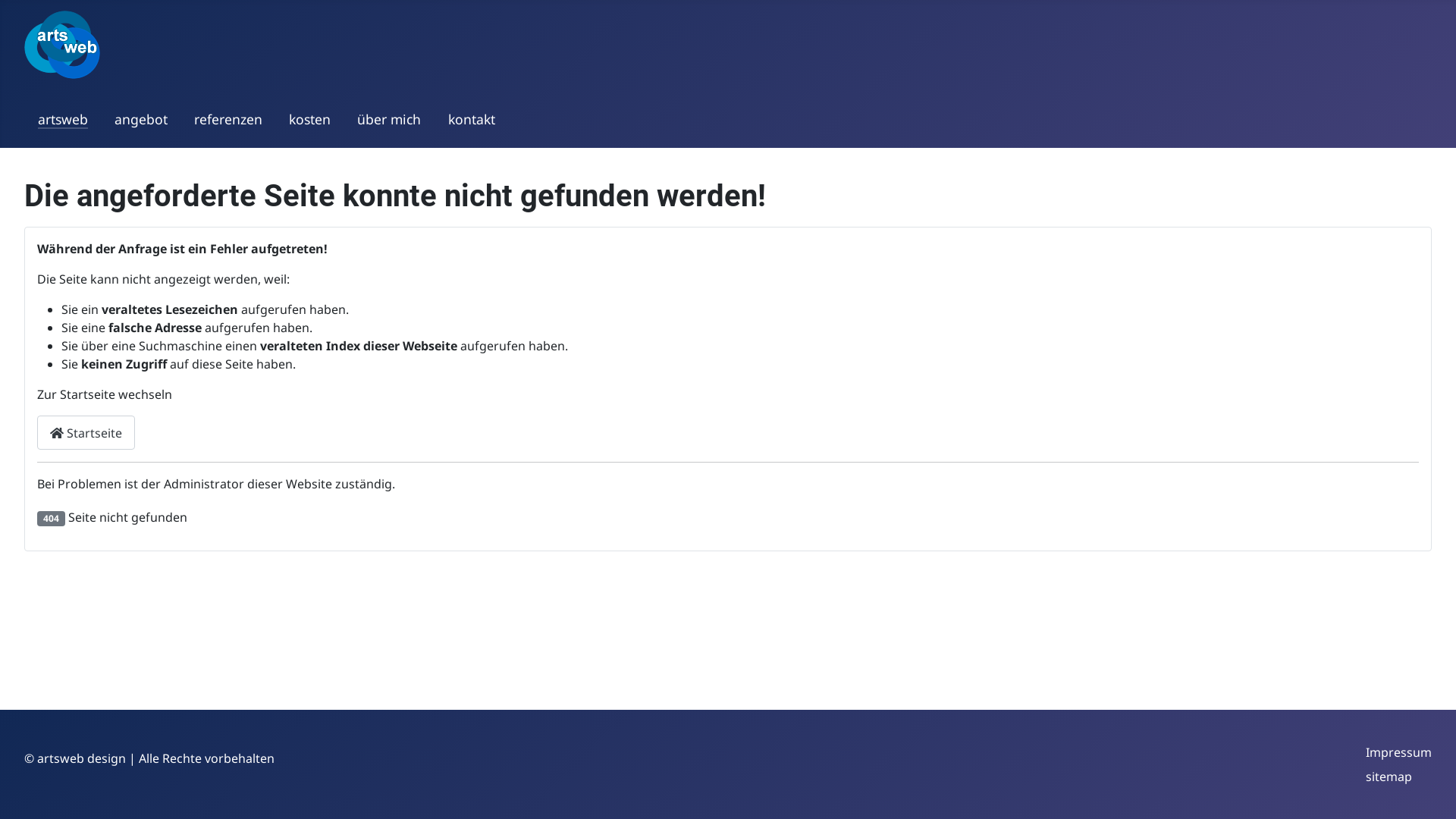 The height and width of the screenshot is (819, 1456). What do you see at coordinates (1365, 776) in the screenshot?
I see `'sitemap'` at bounding box center [1365, 776].